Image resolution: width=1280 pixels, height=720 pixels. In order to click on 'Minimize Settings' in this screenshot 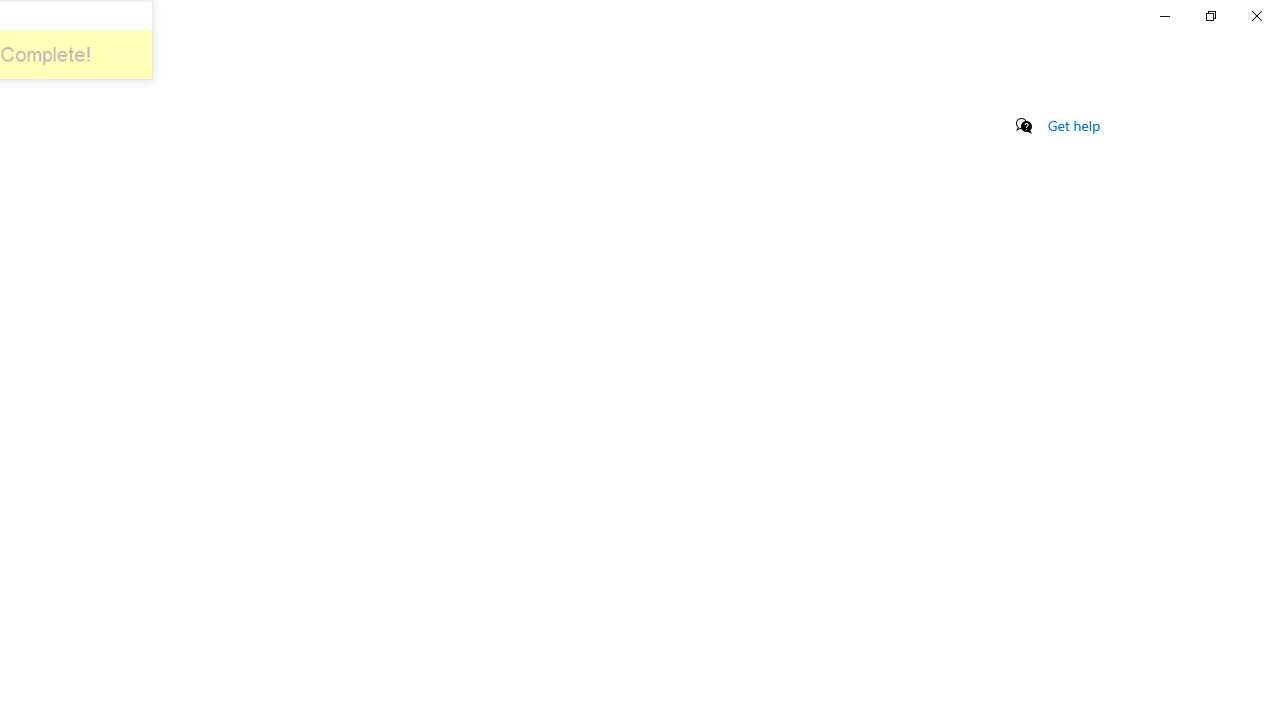, I will do `click(1164, 15)`.